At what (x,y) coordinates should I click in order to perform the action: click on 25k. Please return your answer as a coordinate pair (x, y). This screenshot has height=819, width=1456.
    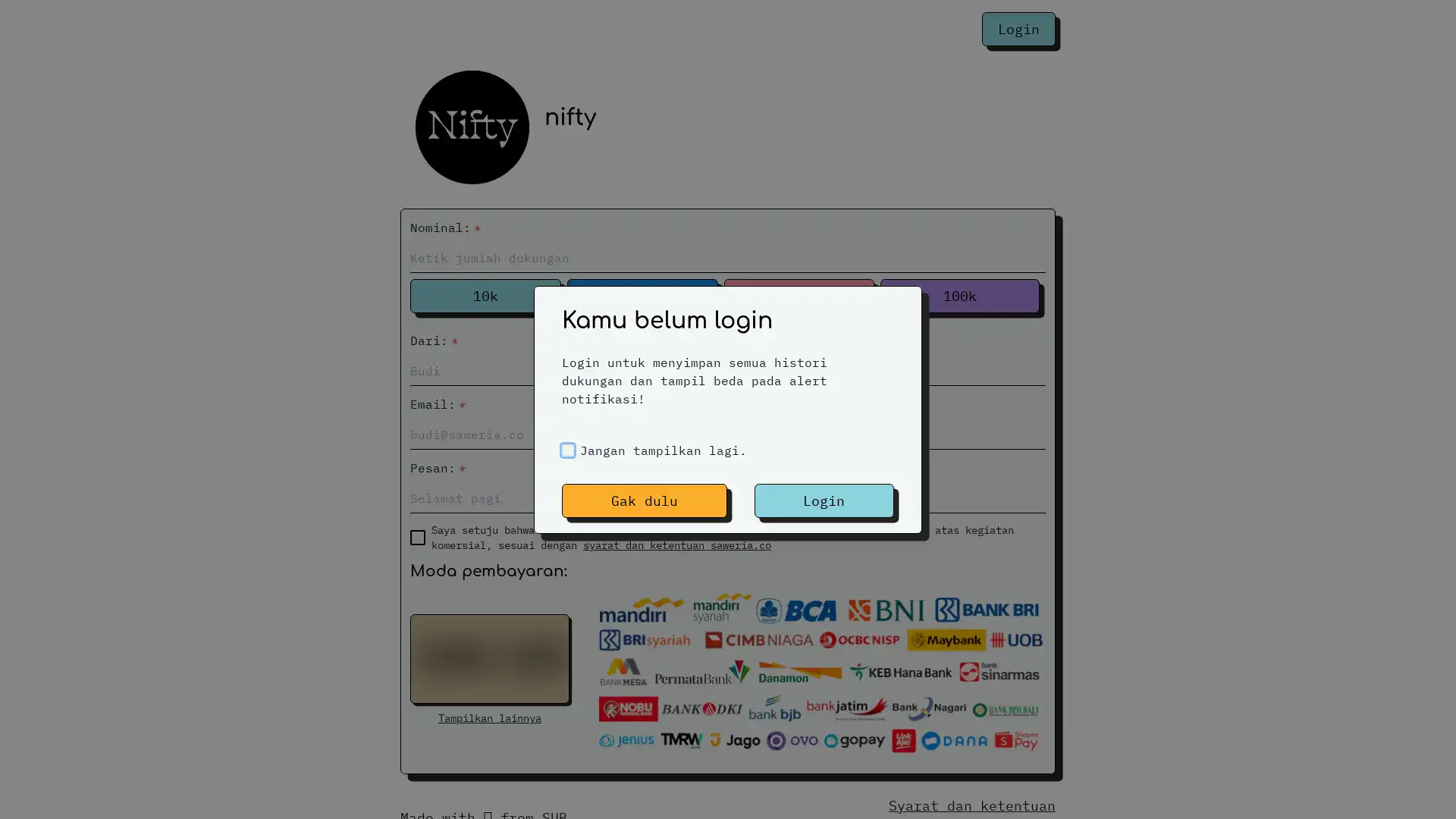
    Looking at the image, I should click on (642, 296).